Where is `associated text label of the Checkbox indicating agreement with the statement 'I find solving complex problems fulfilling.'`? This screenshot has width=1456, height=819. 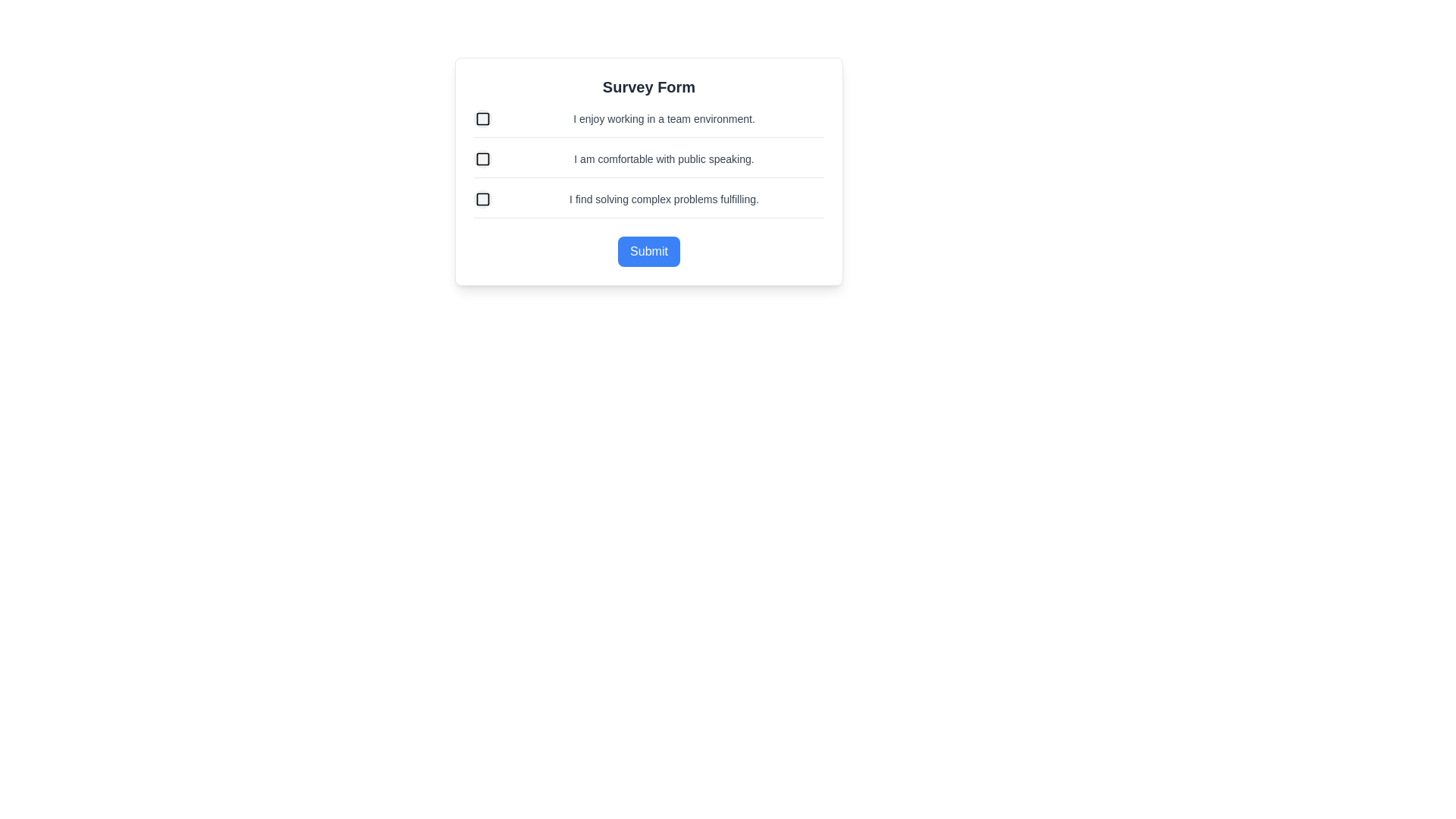 associated text label of the Checkbox indicating agreement with the statement 'I find solving complex problems fulfilling.' is located at coordinates (648, 203).